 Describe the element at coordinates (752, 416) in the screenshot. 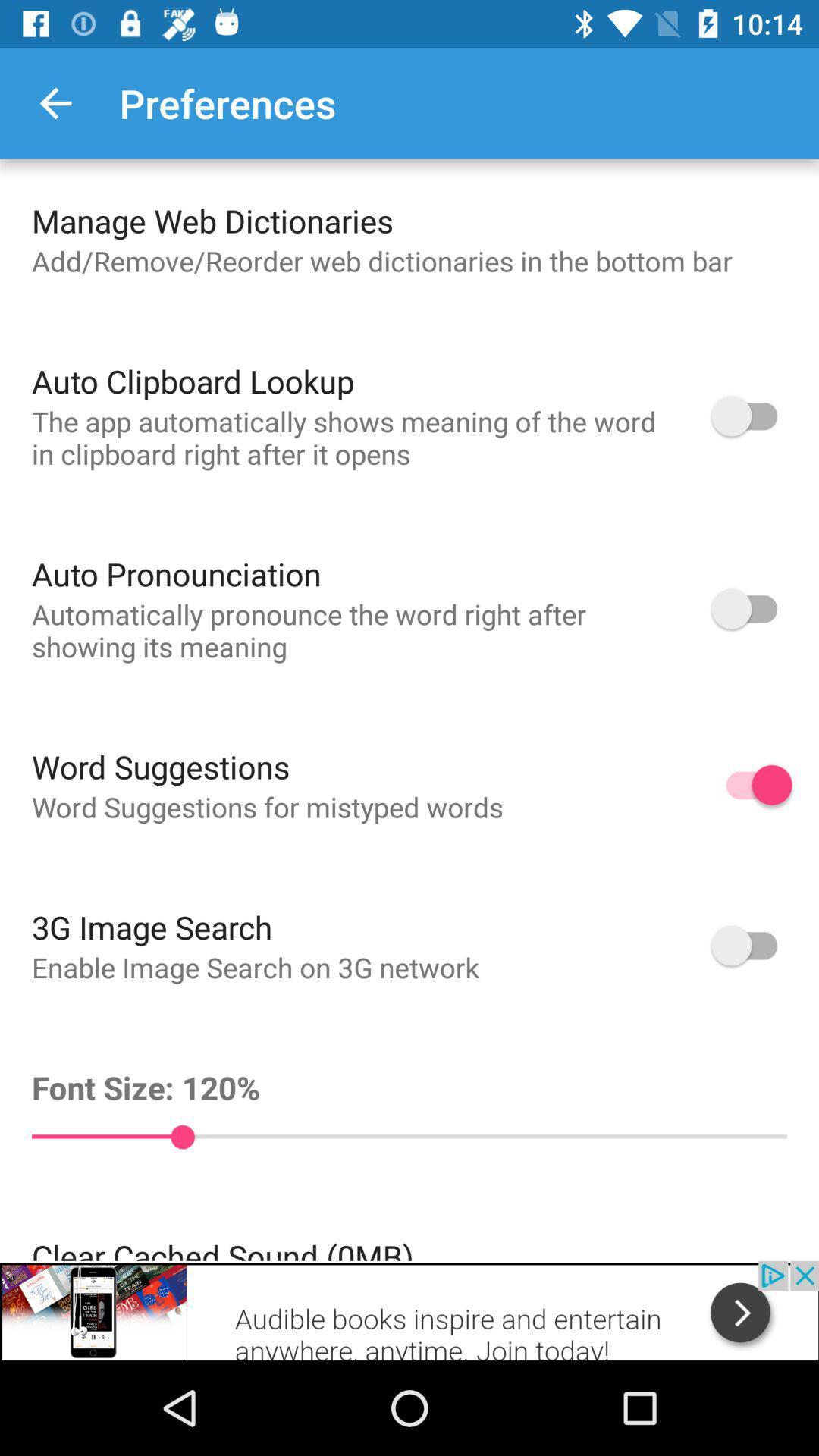

I see `auto clipboard lookup on or off option` at that location.